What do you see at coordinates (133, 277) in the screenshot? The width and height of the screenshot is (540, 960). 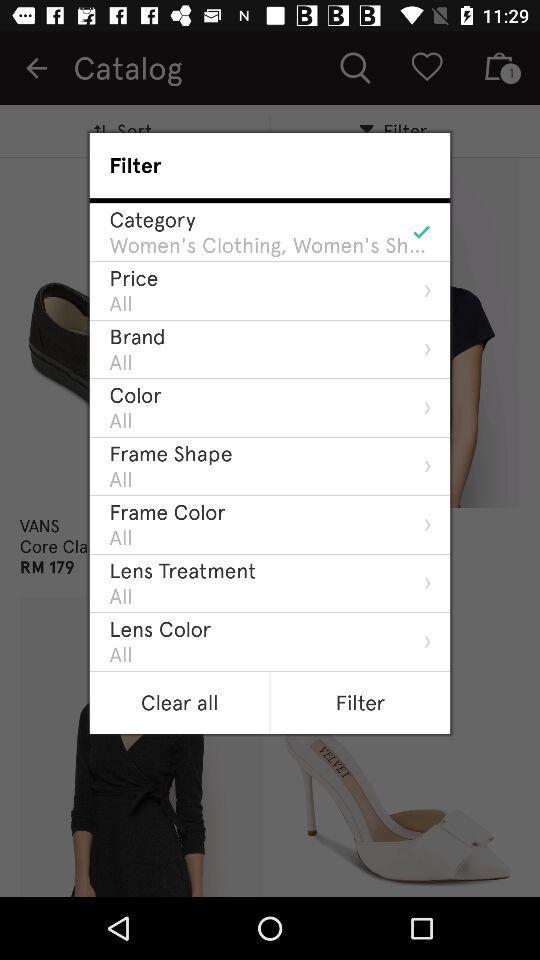 I see `the icon below women s clothing item` at bounding box center [133, 277].